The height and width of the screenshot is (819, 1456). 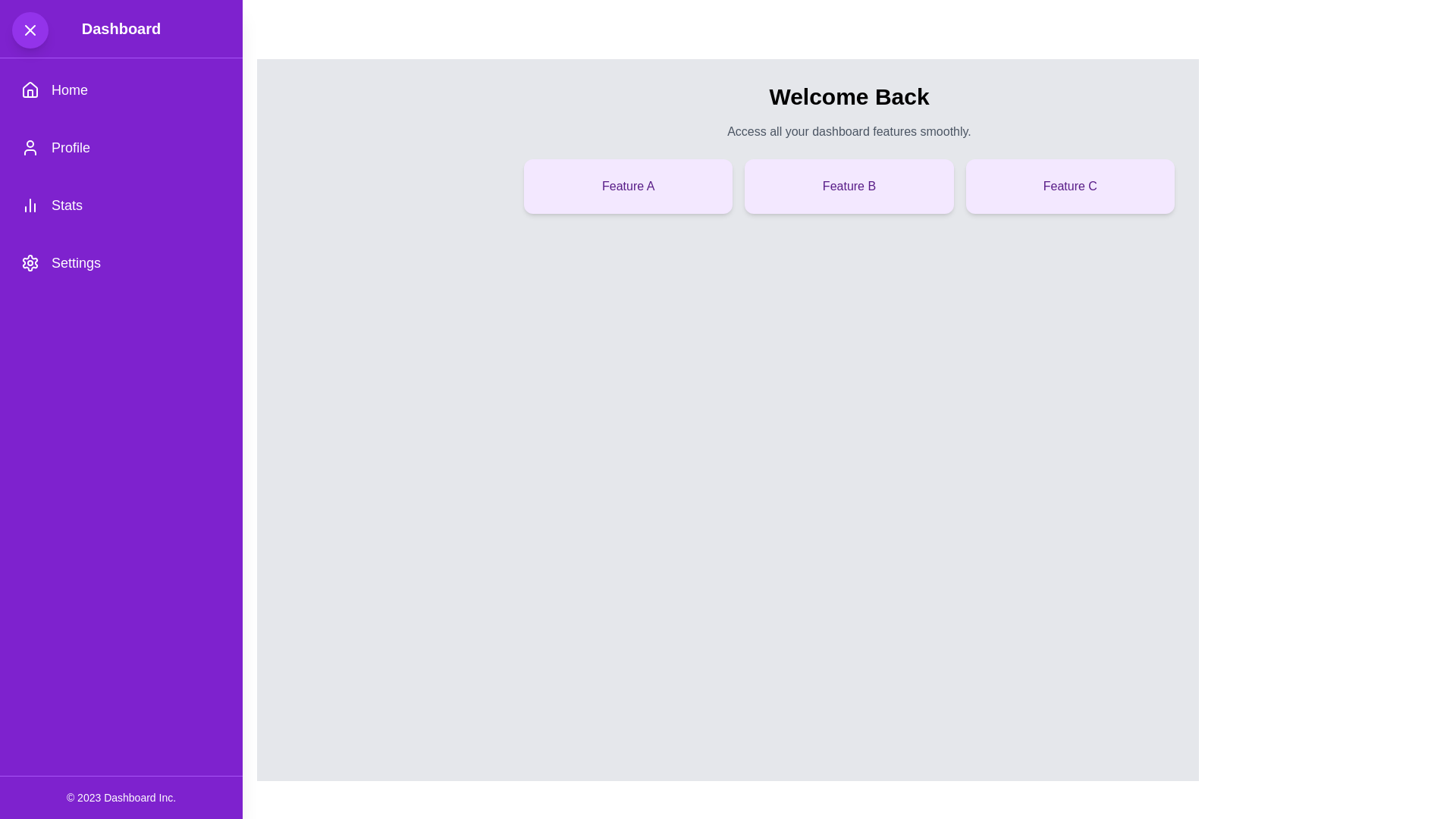 What do you see at coordinates (30, 93) in the screenshot?
I see `the door element of the house icon located in the left-hand vertical navigation menu, positioned towards the bottom-center of the icon` at bounding box center [30, 93].